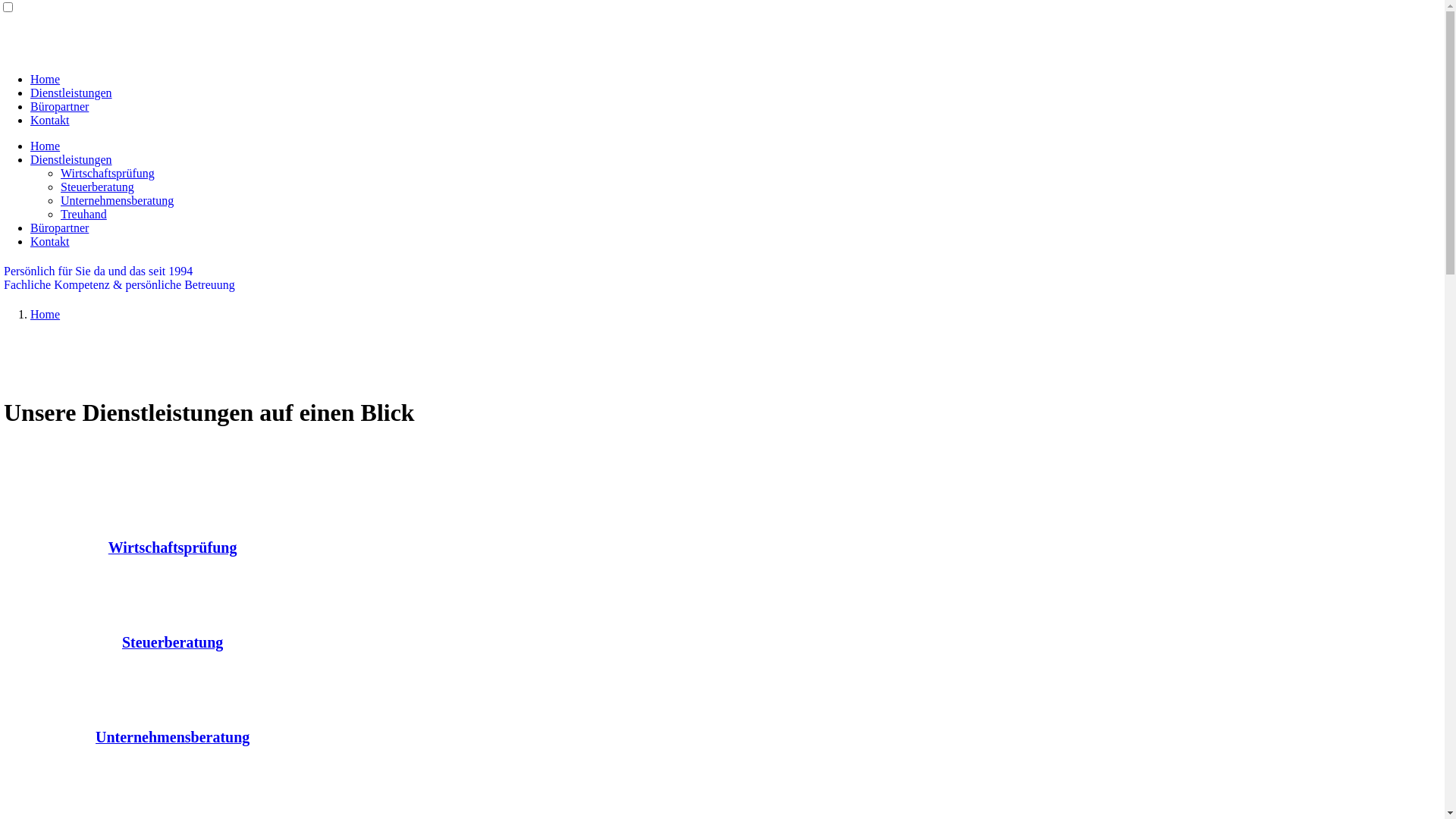 The height and width of the screenshot is (819, 1456). Describe the element at coordinates (30, 159) in the screenshot. I see `'Dienstleistungen'` at that location.